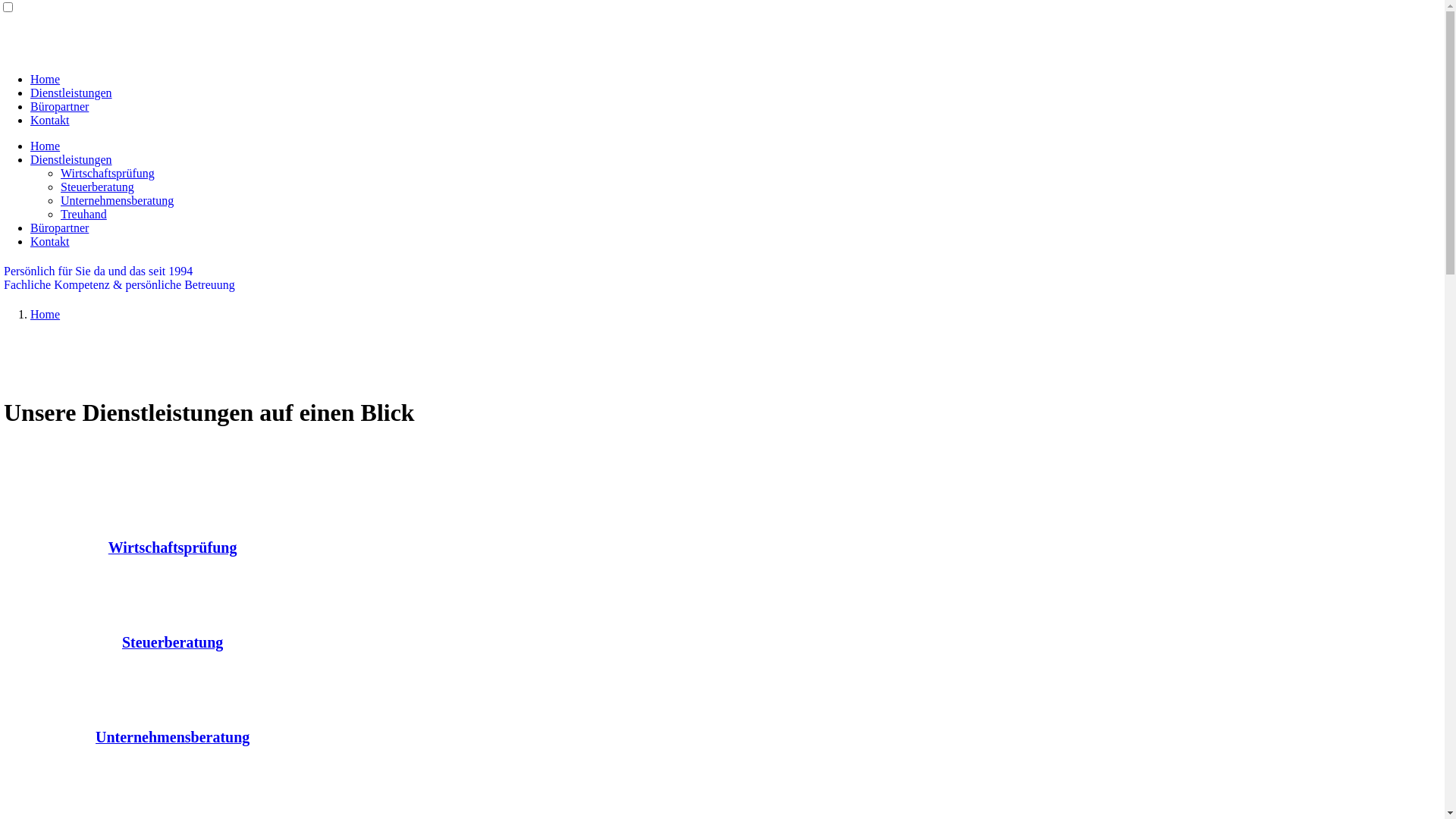 The height and width of the screenshot is (819, 1456). Describe the element at coordinates (30, 159) in the screenshot. I see `'Dienstleistungen'` at that location.